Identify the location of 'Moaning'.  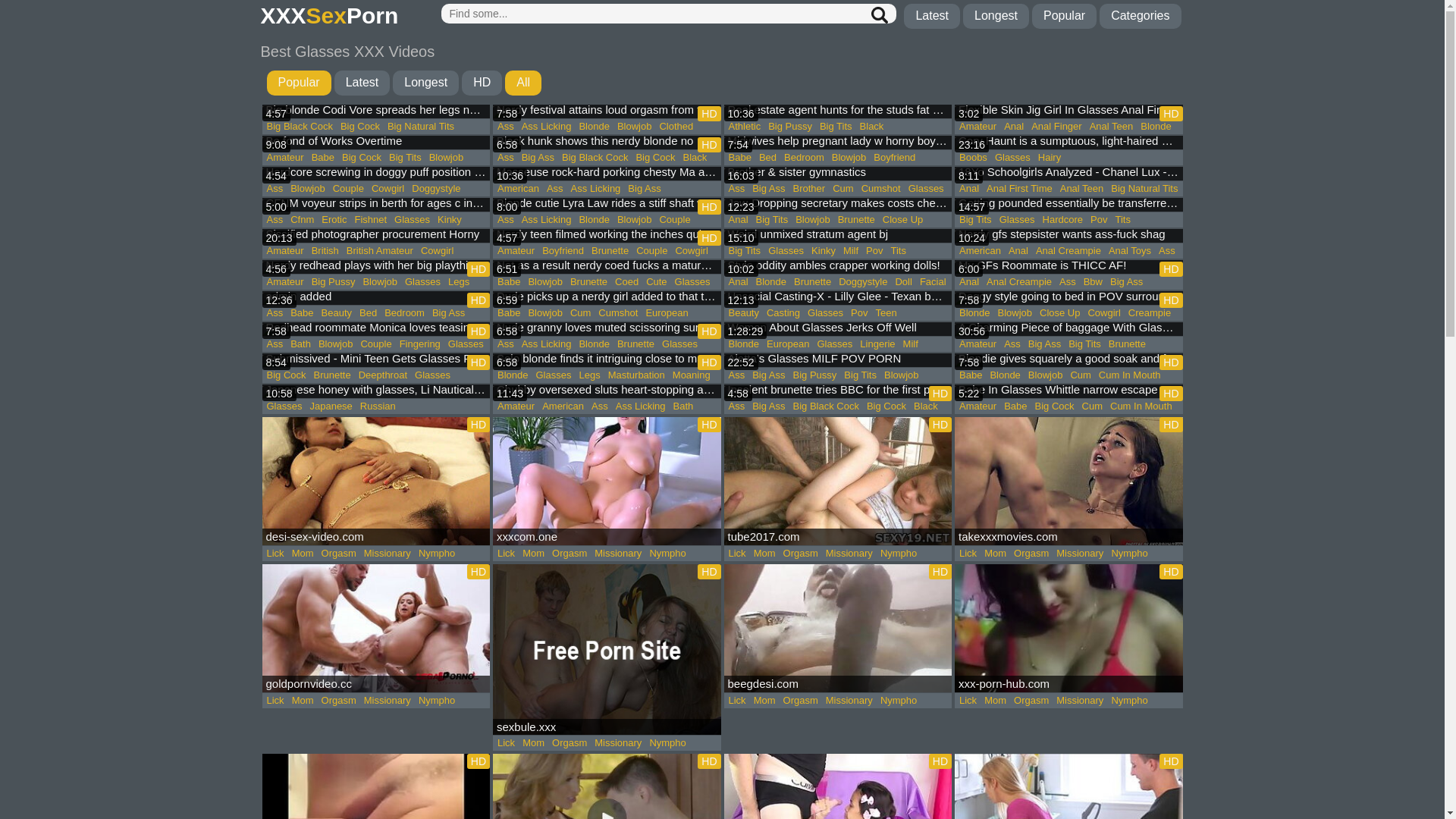
(668, 375).